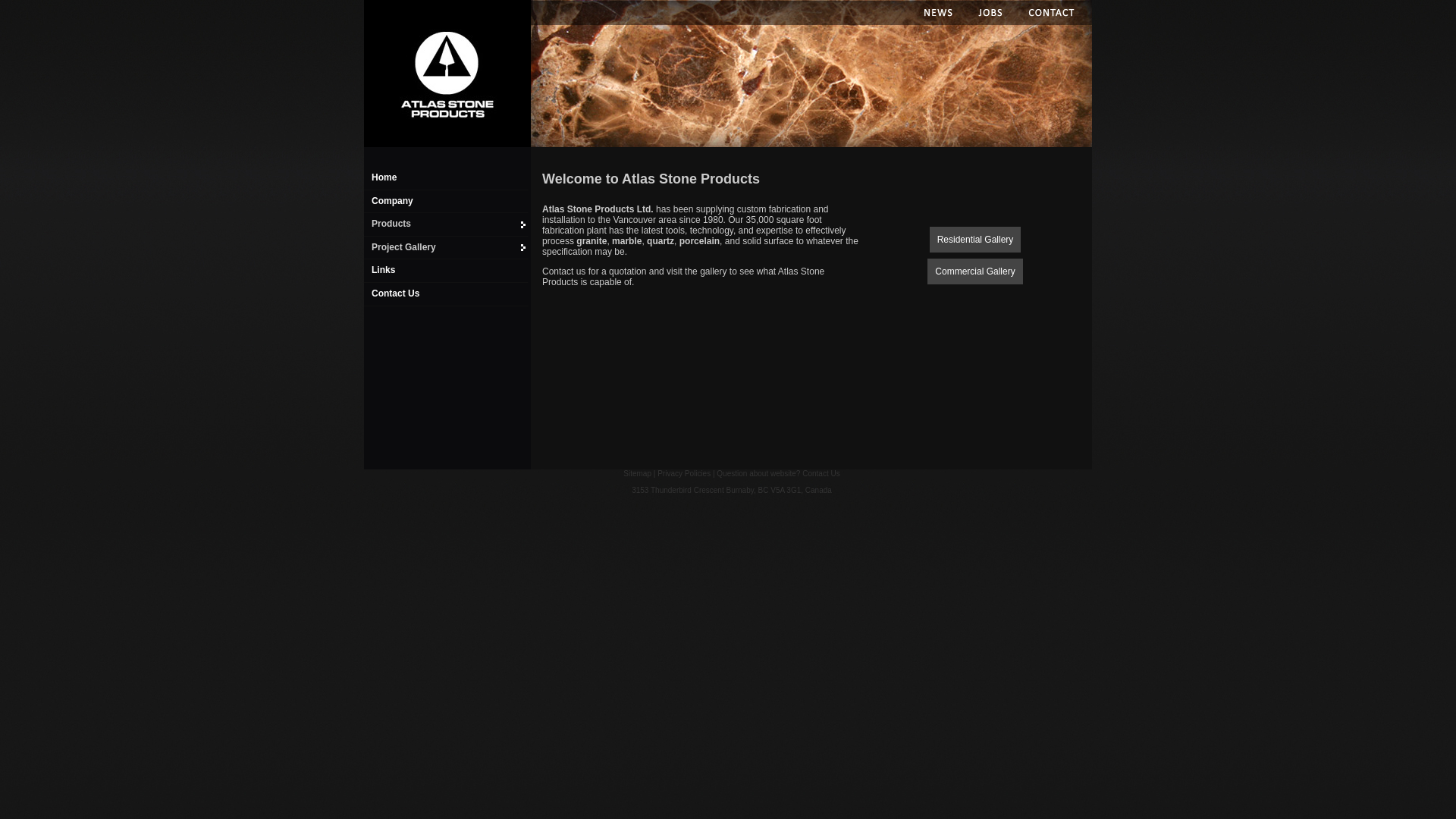 This screenshot has height=819, width=1456. I want to click on 'Home', so click(444, 74).